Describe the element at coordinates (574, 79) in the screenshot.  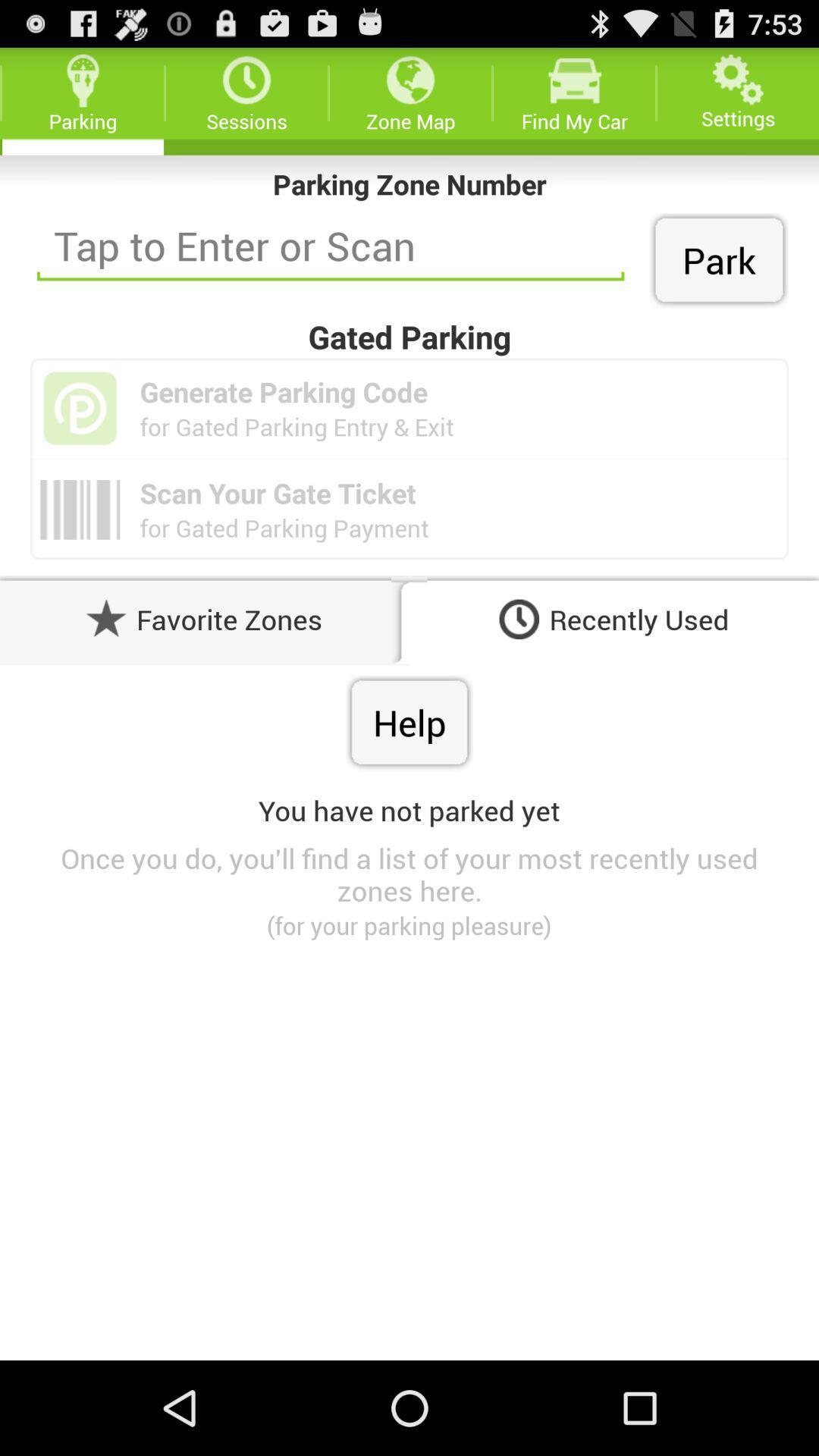
I see `the symbol which is above find my car` at that location.